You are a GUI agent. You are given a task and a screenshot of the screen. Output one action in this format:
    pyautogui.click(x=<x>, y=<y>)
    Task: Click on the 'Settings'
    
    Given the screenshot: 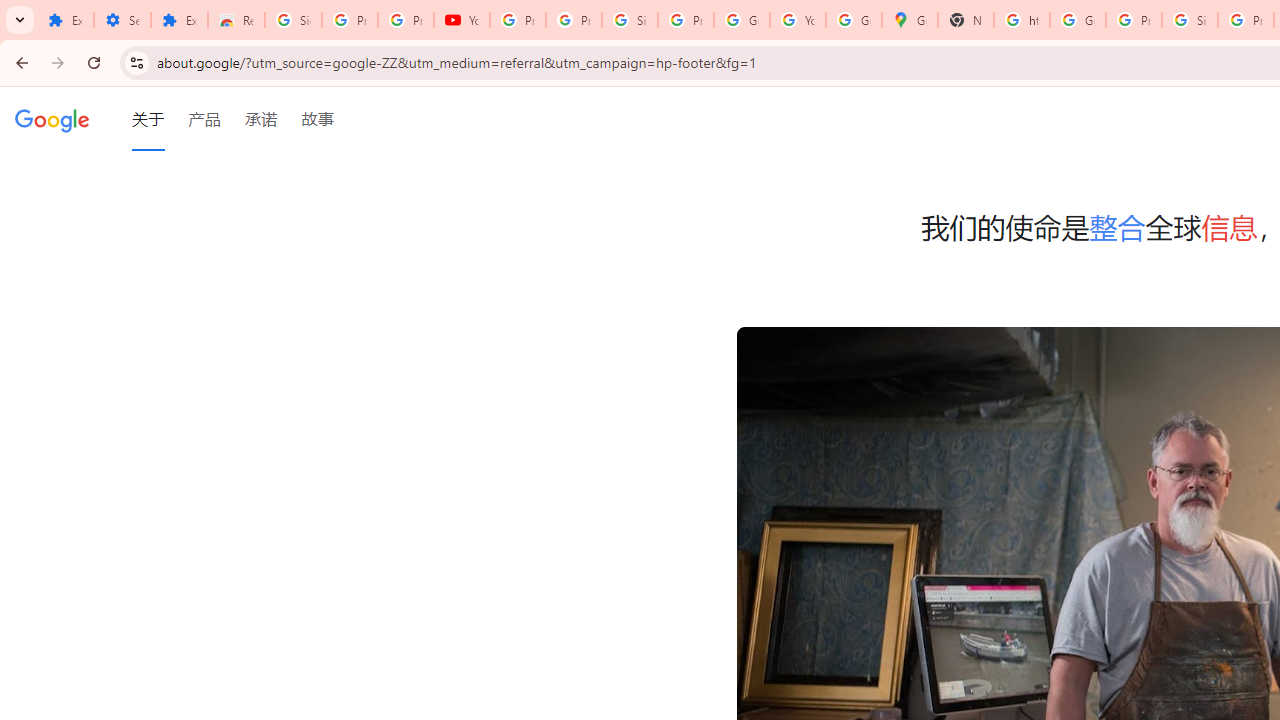 What is the action you would take?
    pyautogui.click(x=121, y=20)
    